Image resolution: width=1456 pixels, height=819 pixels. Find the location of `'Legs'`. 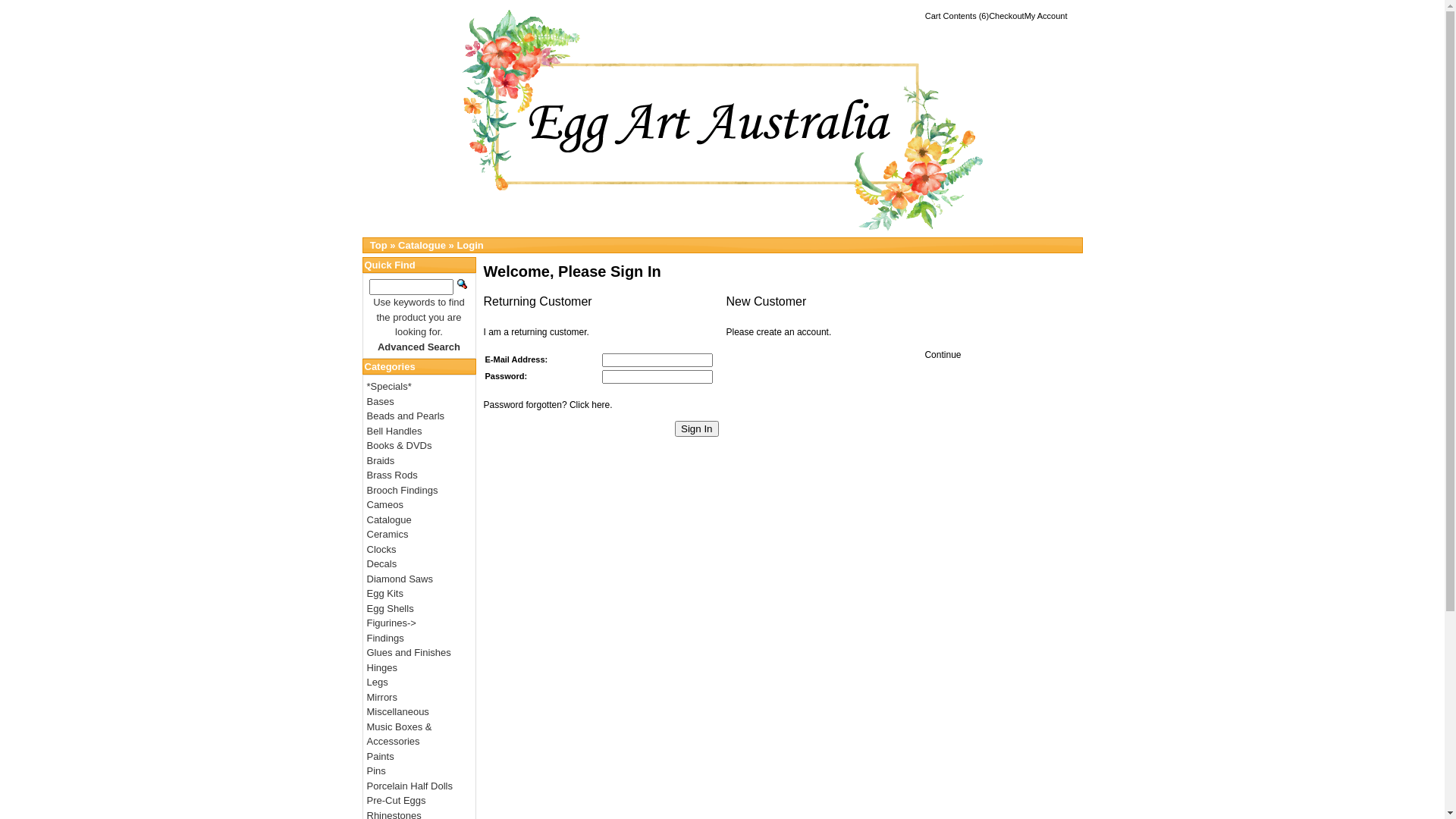

'Legs' is located at coordinates (378, 681).